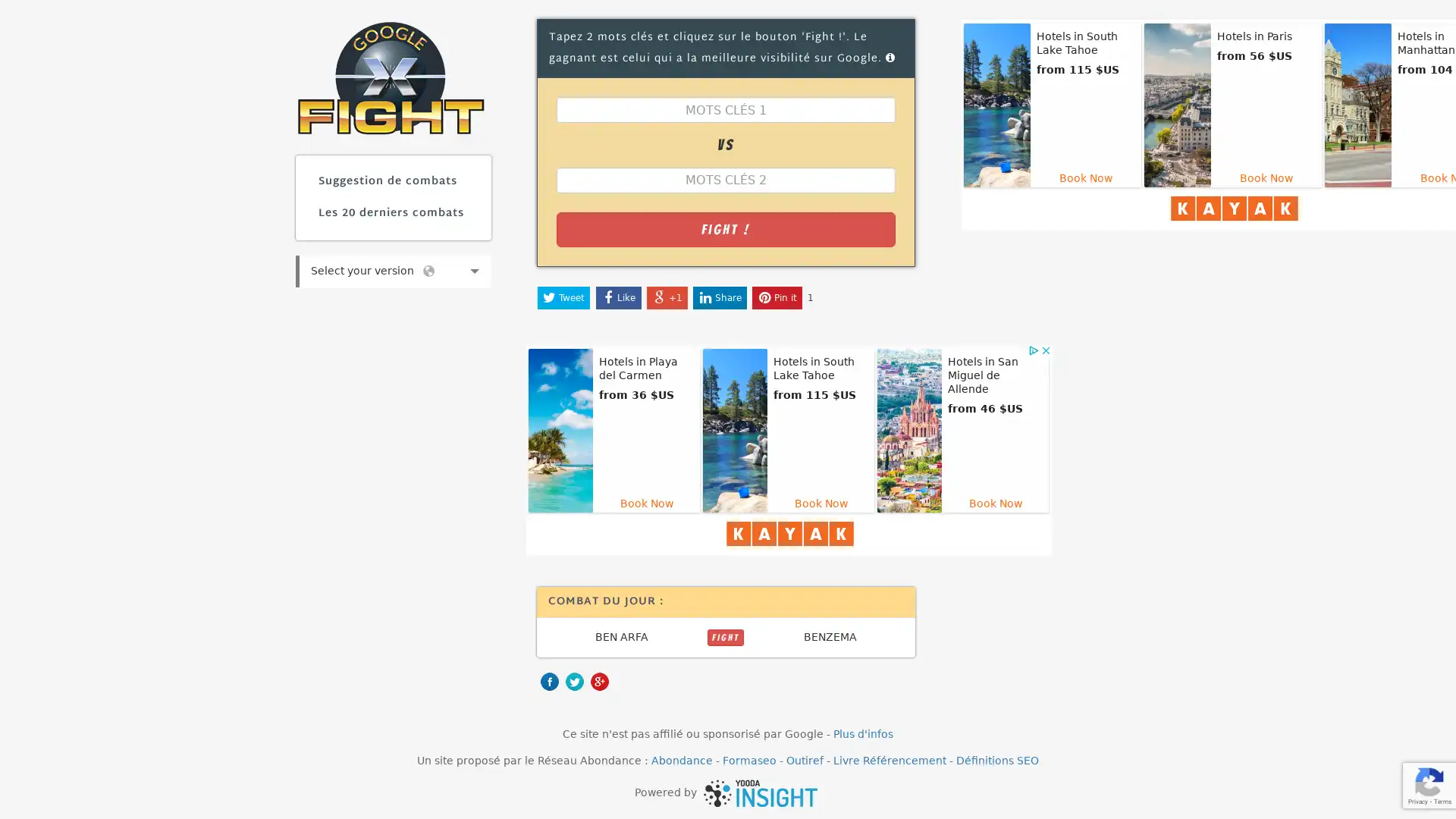 The width and height of the screenshot is (1456, 819). What do you see at coordinates (724, 637) in the screenshot?
I see `FIGHT` at bounding box center [724, 637].